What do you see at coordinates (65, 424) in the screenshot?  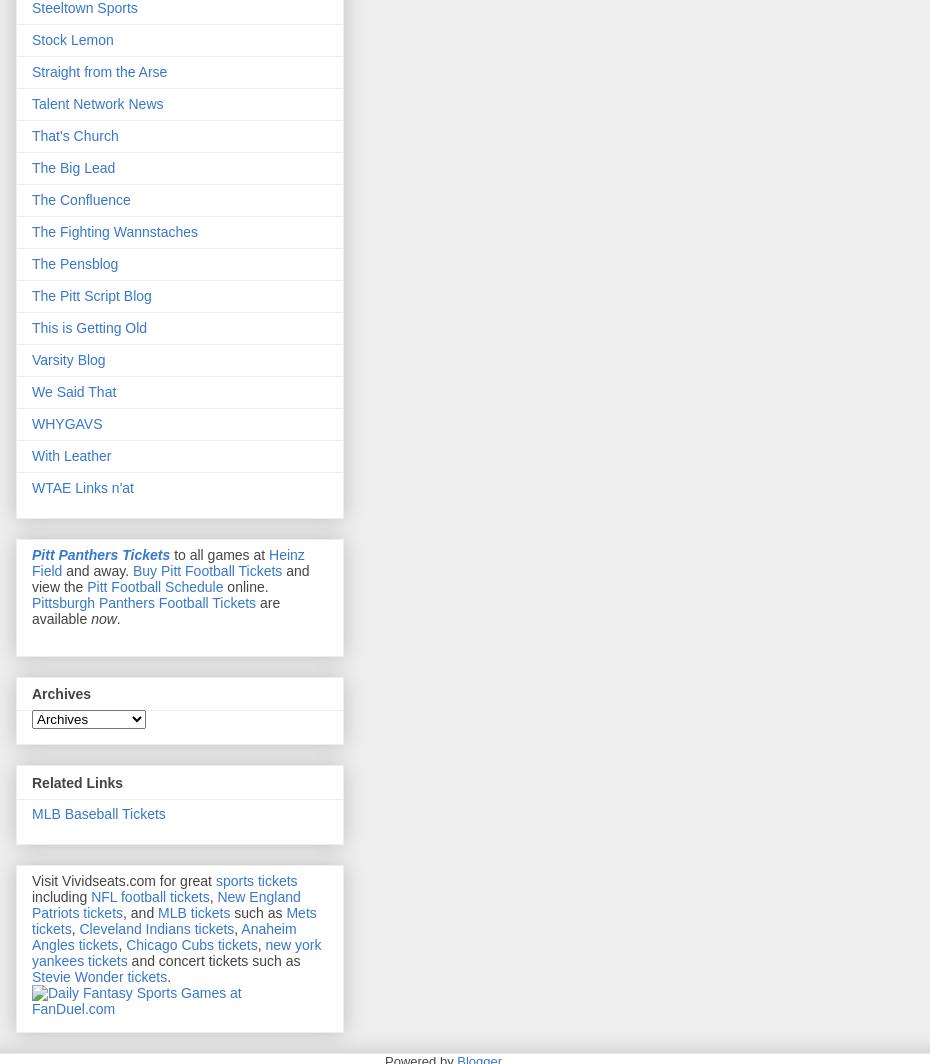 I see `'WHYGAVS'` at bounding box center [65, 424].